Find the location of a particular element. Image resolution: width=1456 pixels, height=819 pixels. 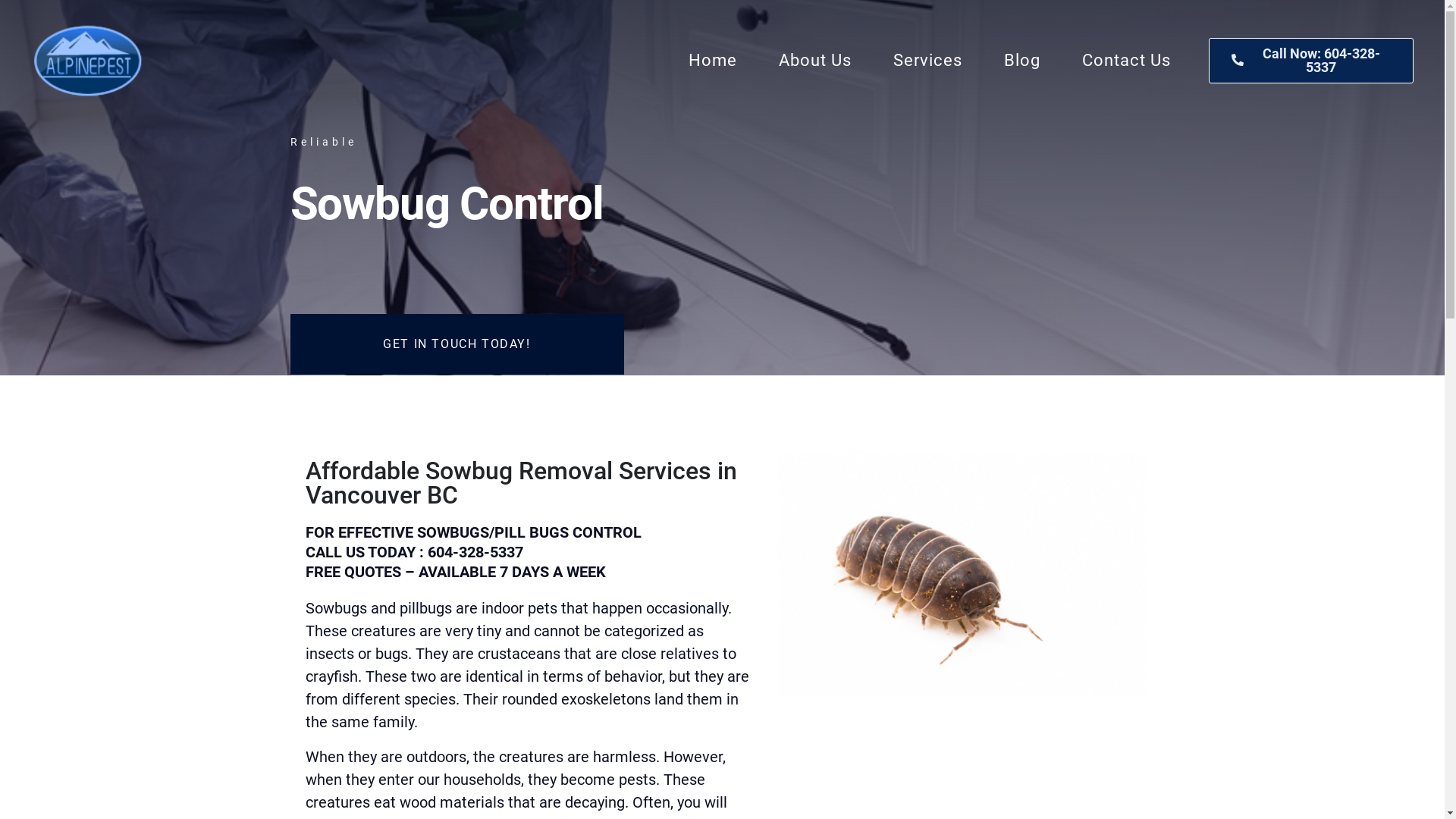

'Home' is located at coordinates (712, 59).